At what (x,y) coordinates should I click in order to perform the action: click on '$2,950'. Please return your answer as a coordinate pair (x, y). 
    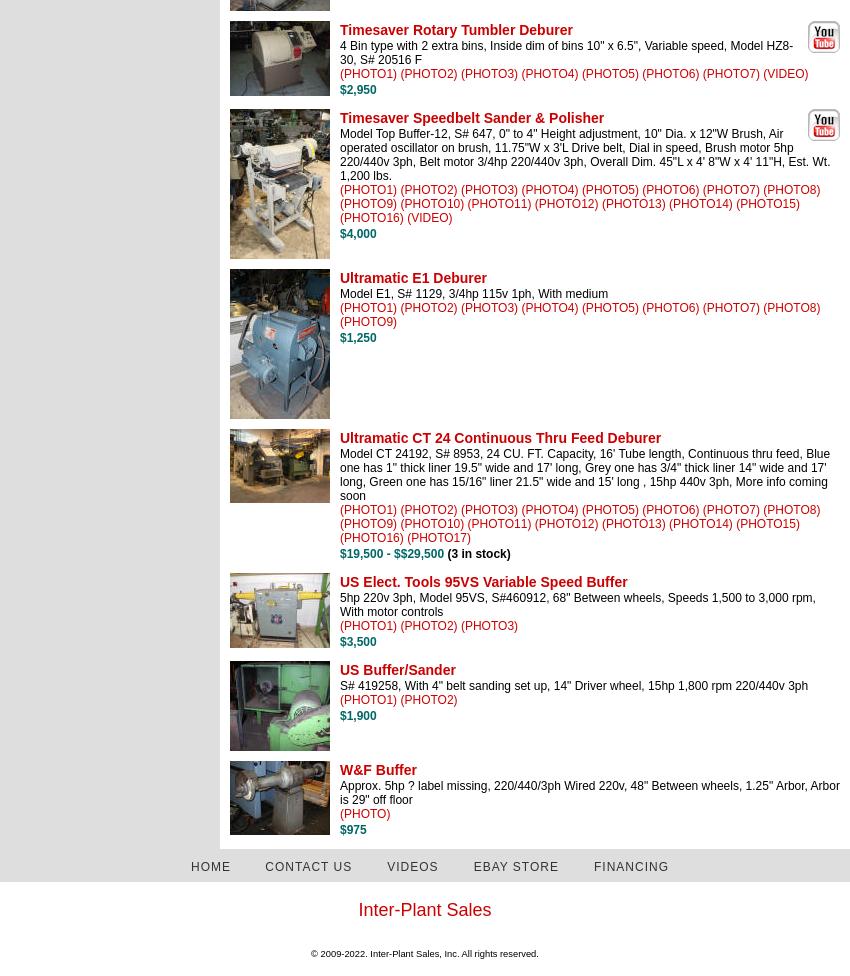
    Looking at the image, I should click on (357, 89).